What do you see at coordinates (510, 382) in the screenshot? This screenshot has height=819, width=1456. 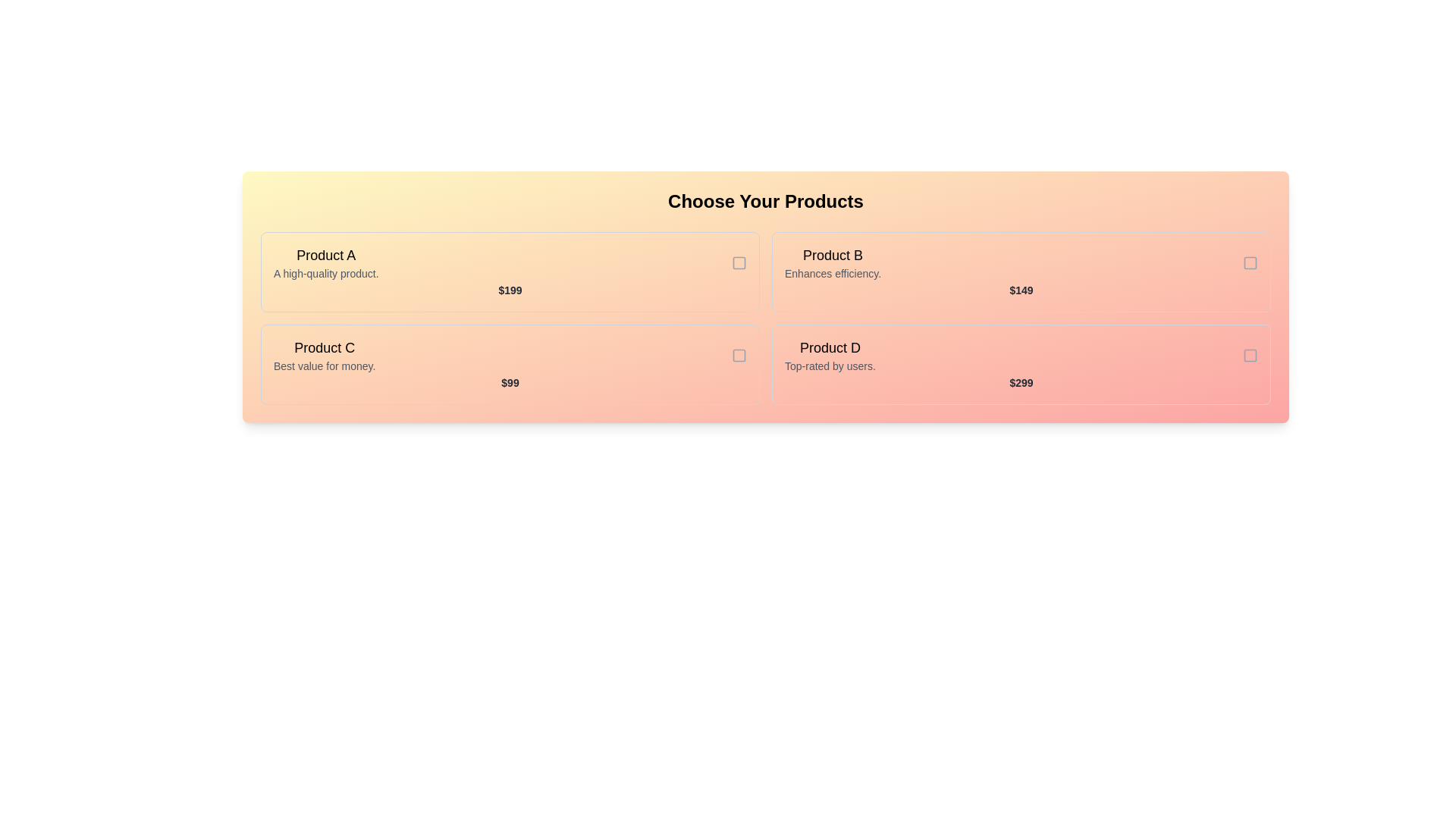 I see `the price of Product C` at bounding box center [510, 382].